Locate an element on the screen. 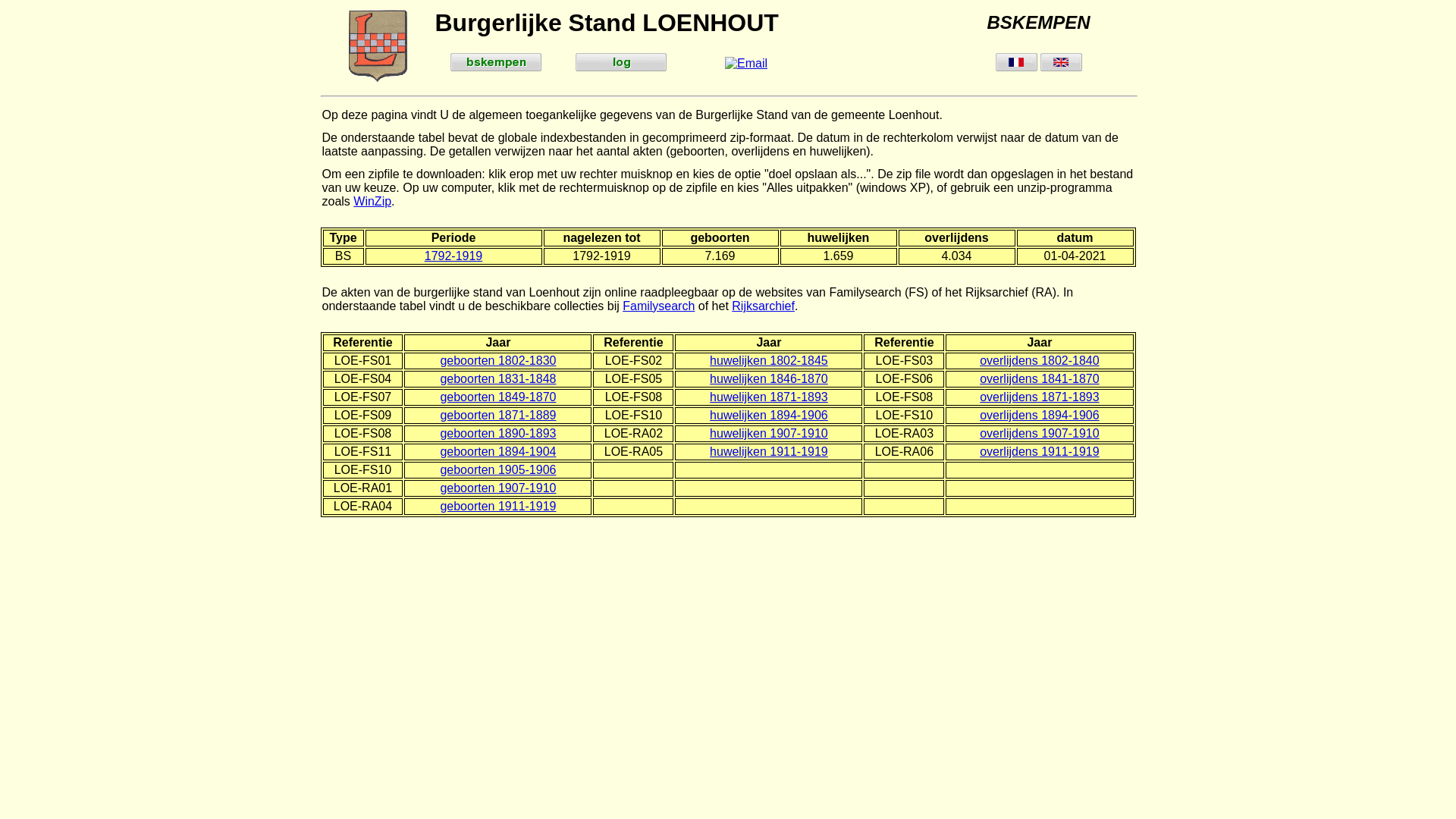 The image size is (1456, 819). 'overlijdens 1871-1893' is located at coordinates (1038, 396).